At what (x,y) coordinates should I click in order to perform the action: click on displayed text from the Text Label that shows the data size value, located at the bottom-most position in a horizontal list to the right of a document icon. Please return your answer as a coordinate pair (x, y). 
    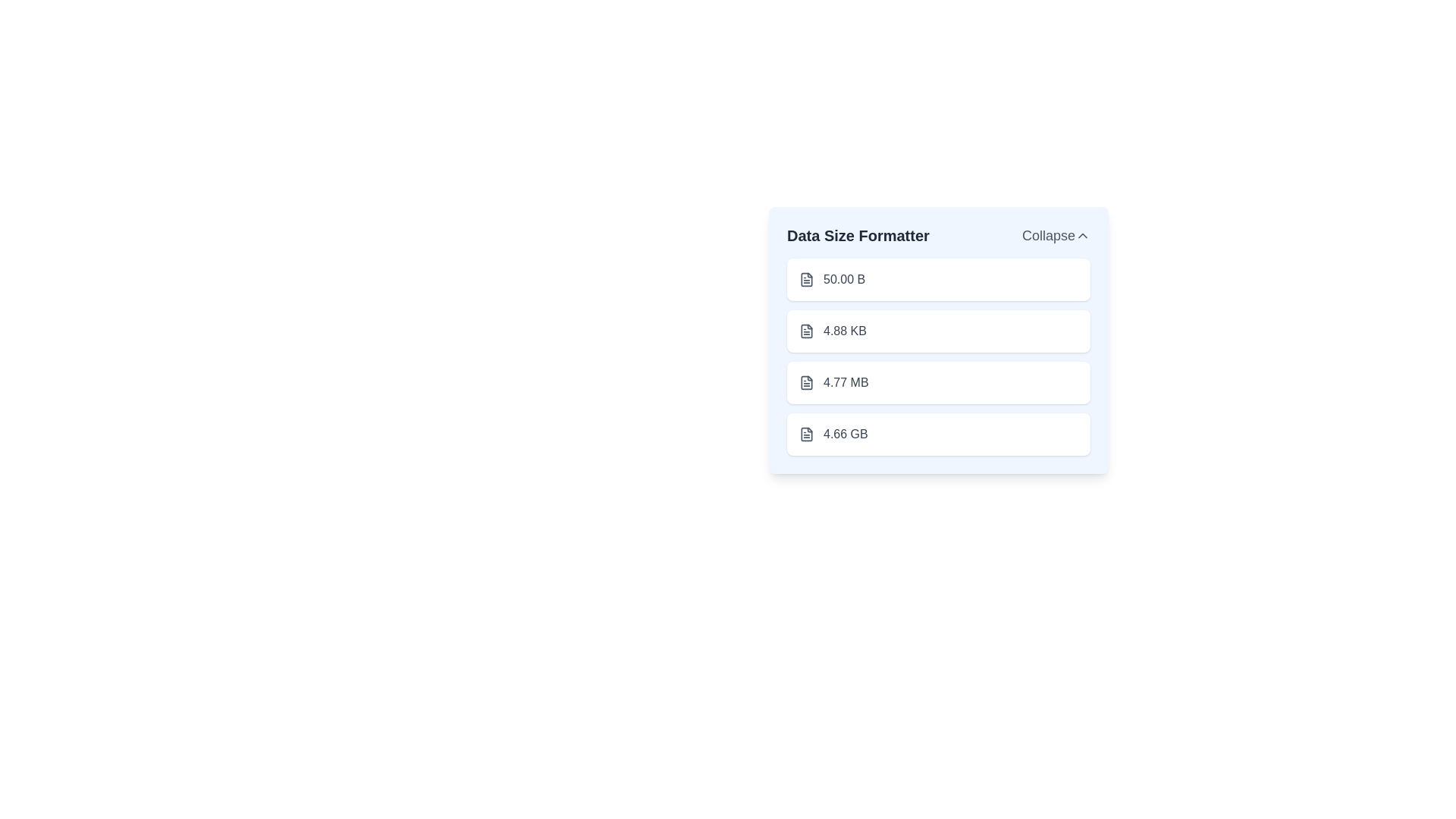
    Looking at the image, I should click on (845, 435).